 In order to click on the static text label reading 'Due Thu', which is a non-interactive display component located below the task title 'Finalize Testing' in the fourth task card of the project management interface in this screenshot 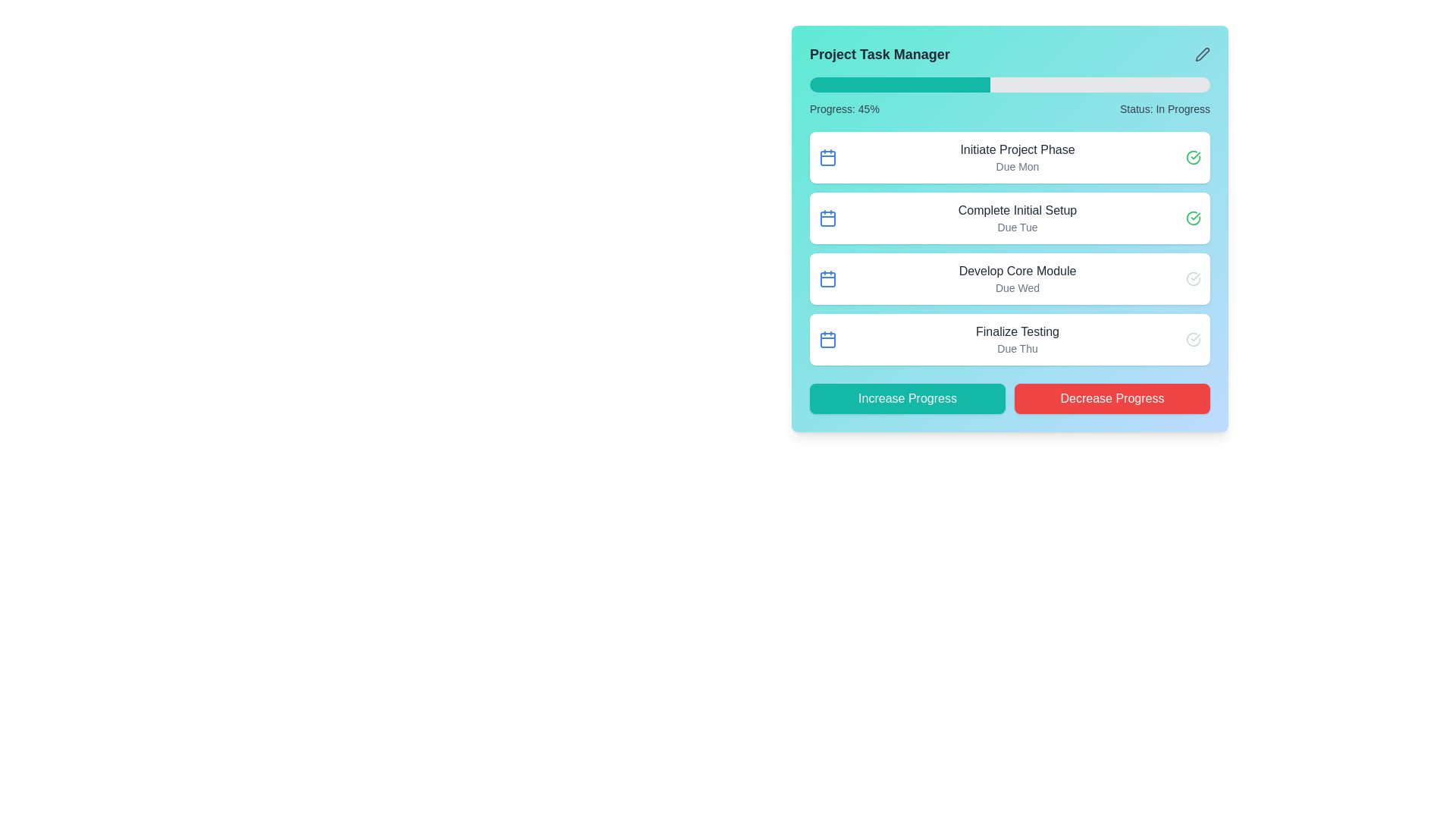, I will do `click(1018, 348)`.